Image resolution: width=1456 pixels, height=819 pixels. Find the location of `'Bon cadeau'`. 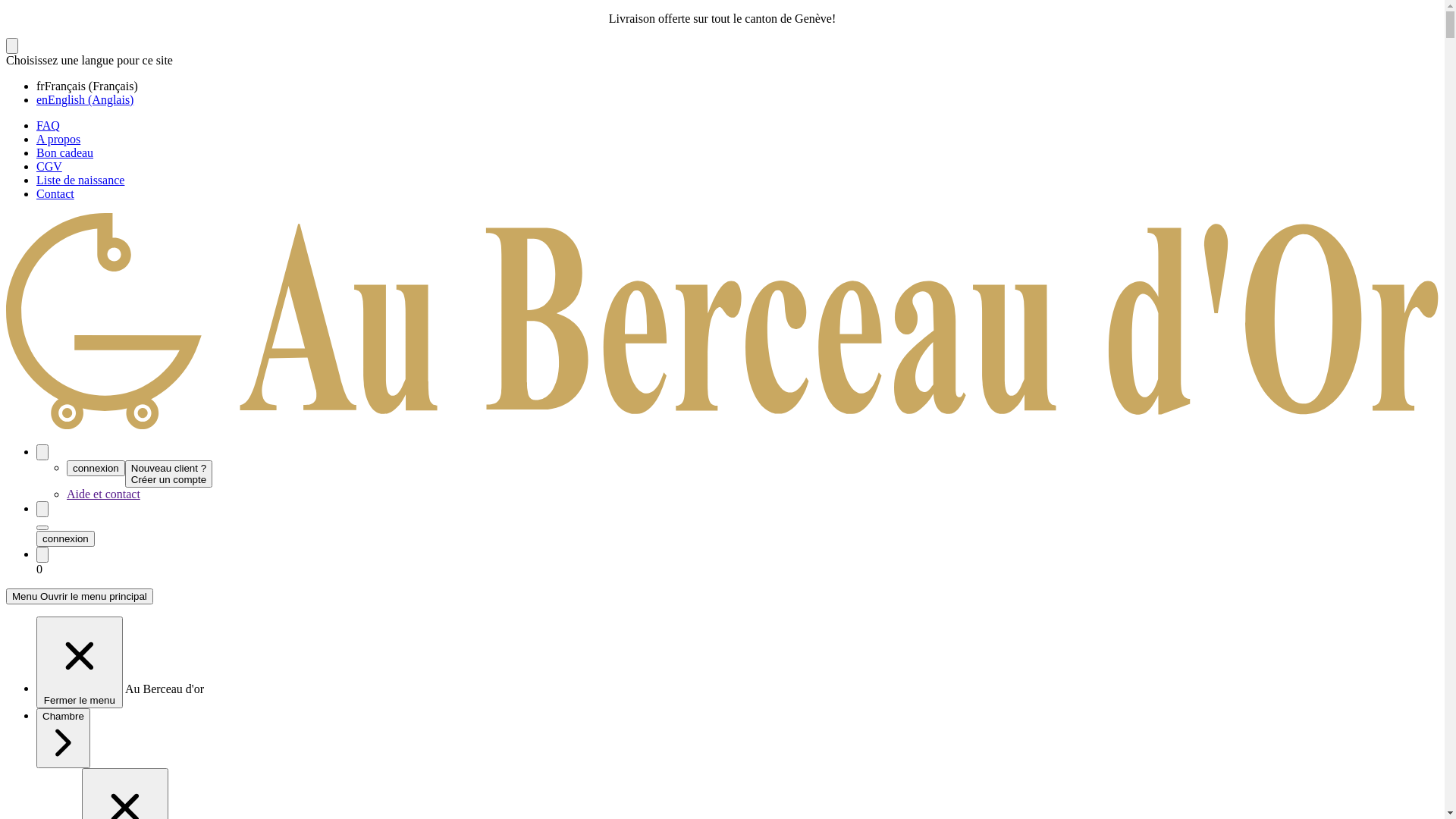

'Bon cadeau' is located at coordinates (64, 152).